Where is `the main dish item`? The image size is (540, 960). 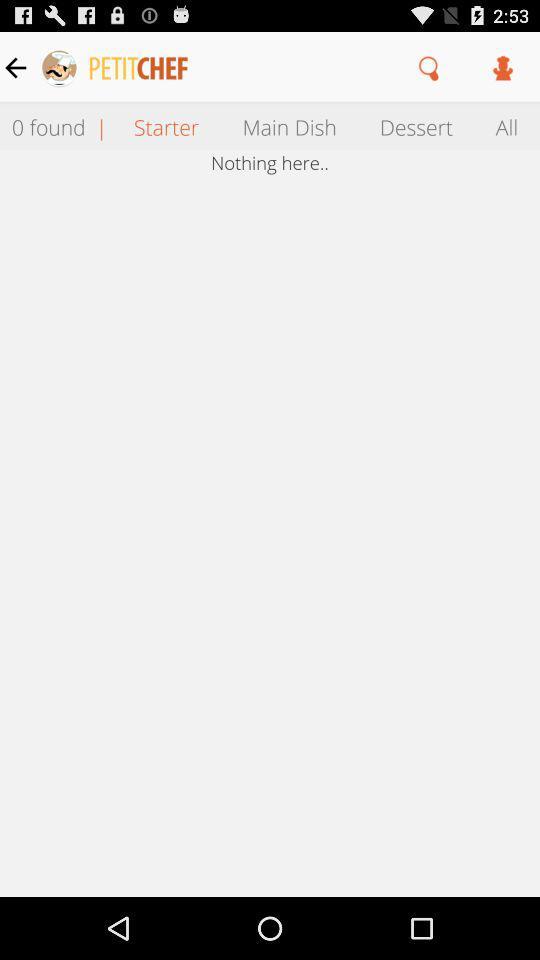 the main dish item is located at coordinates (288, 125).